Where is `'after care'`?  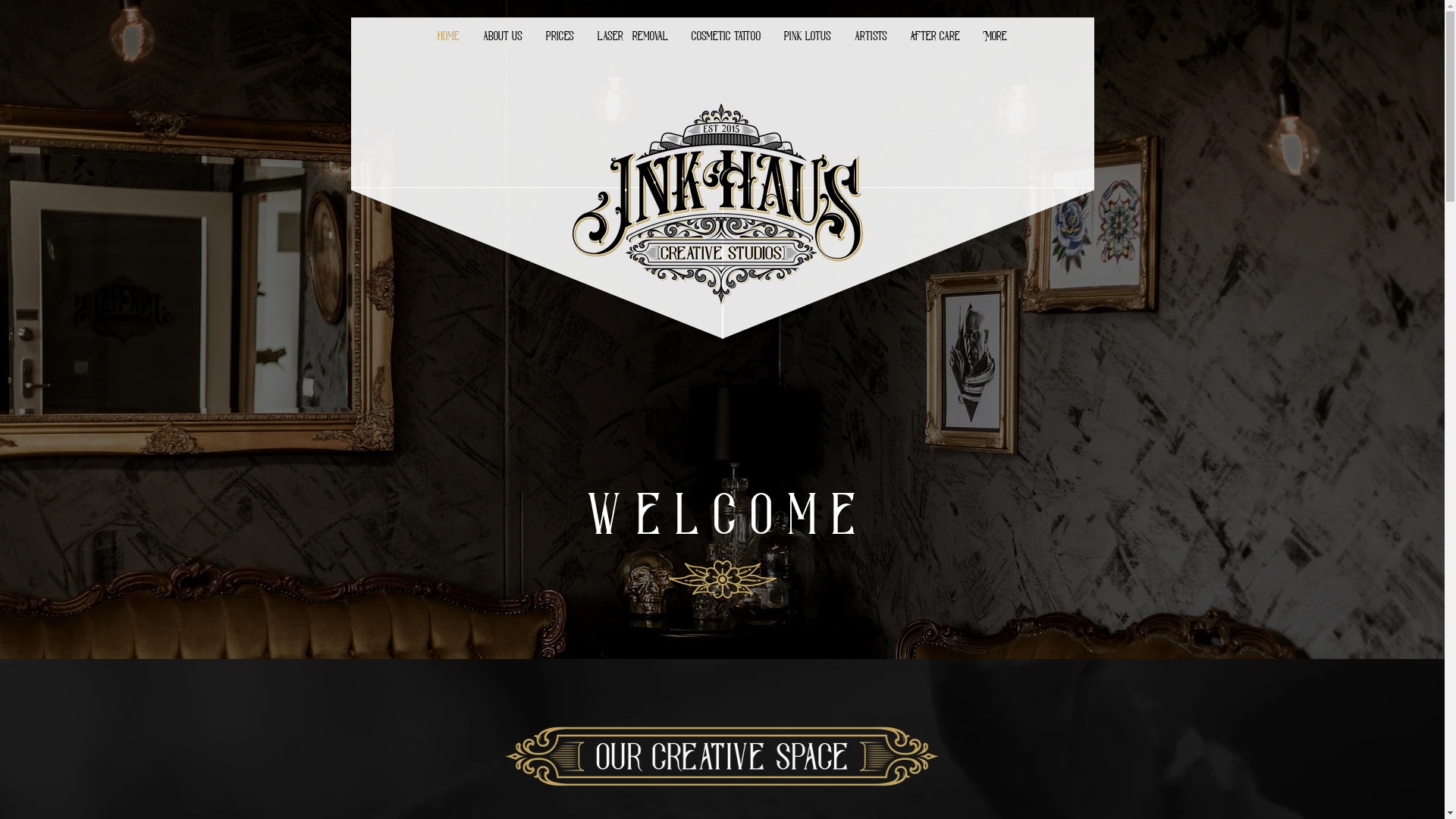 'after care' is located at coordinates (934, 35).